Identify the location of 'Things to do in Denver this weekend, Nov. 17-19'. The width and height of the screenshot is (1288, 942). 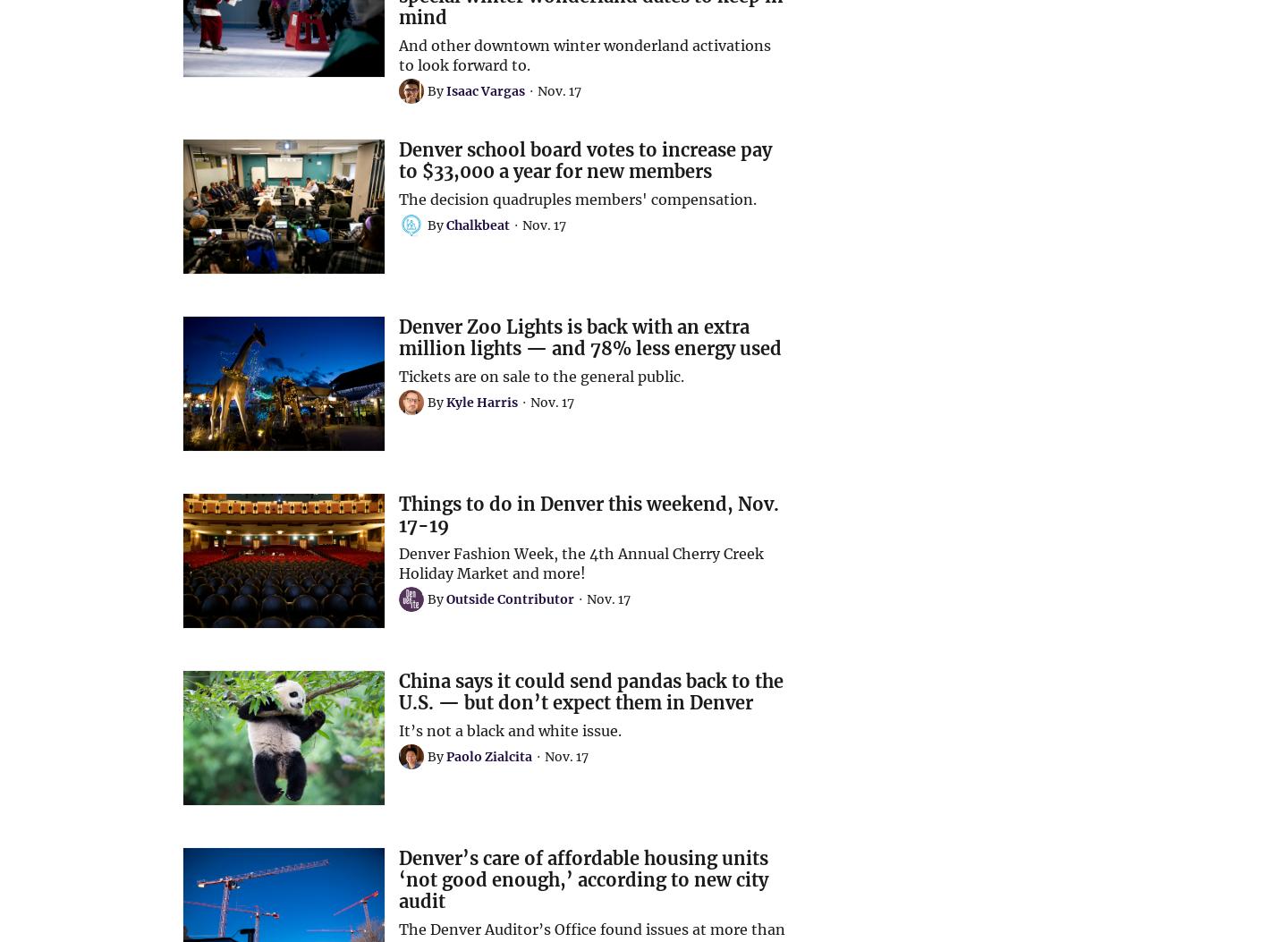
(588, 514).